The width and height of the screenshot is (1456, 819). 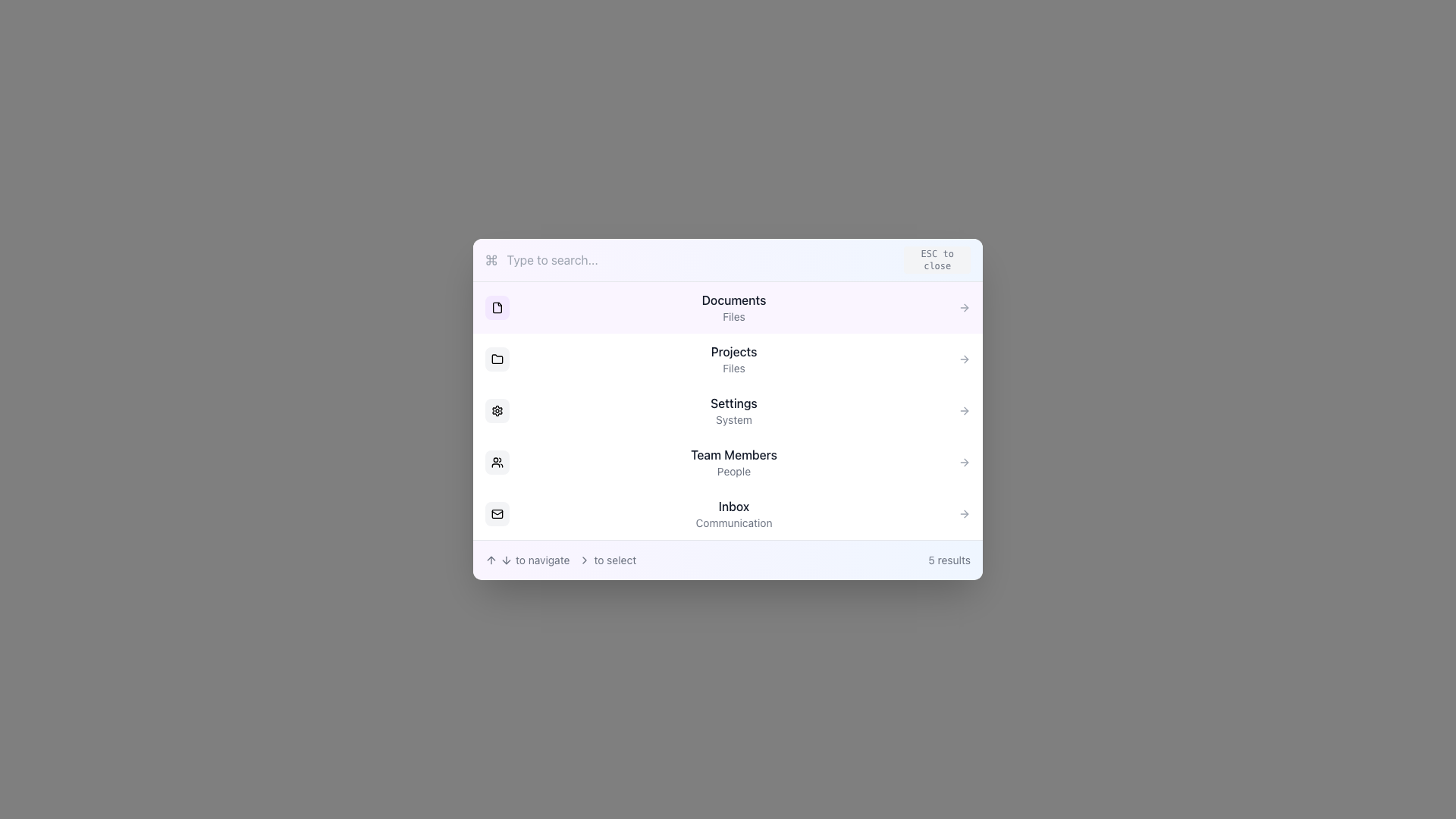 What do you see at coordinates (964, 411) in the screenshot?
I see `the button that serves as a visual indicator for the 'Settings, System' label` at bounding box center [964, 411].